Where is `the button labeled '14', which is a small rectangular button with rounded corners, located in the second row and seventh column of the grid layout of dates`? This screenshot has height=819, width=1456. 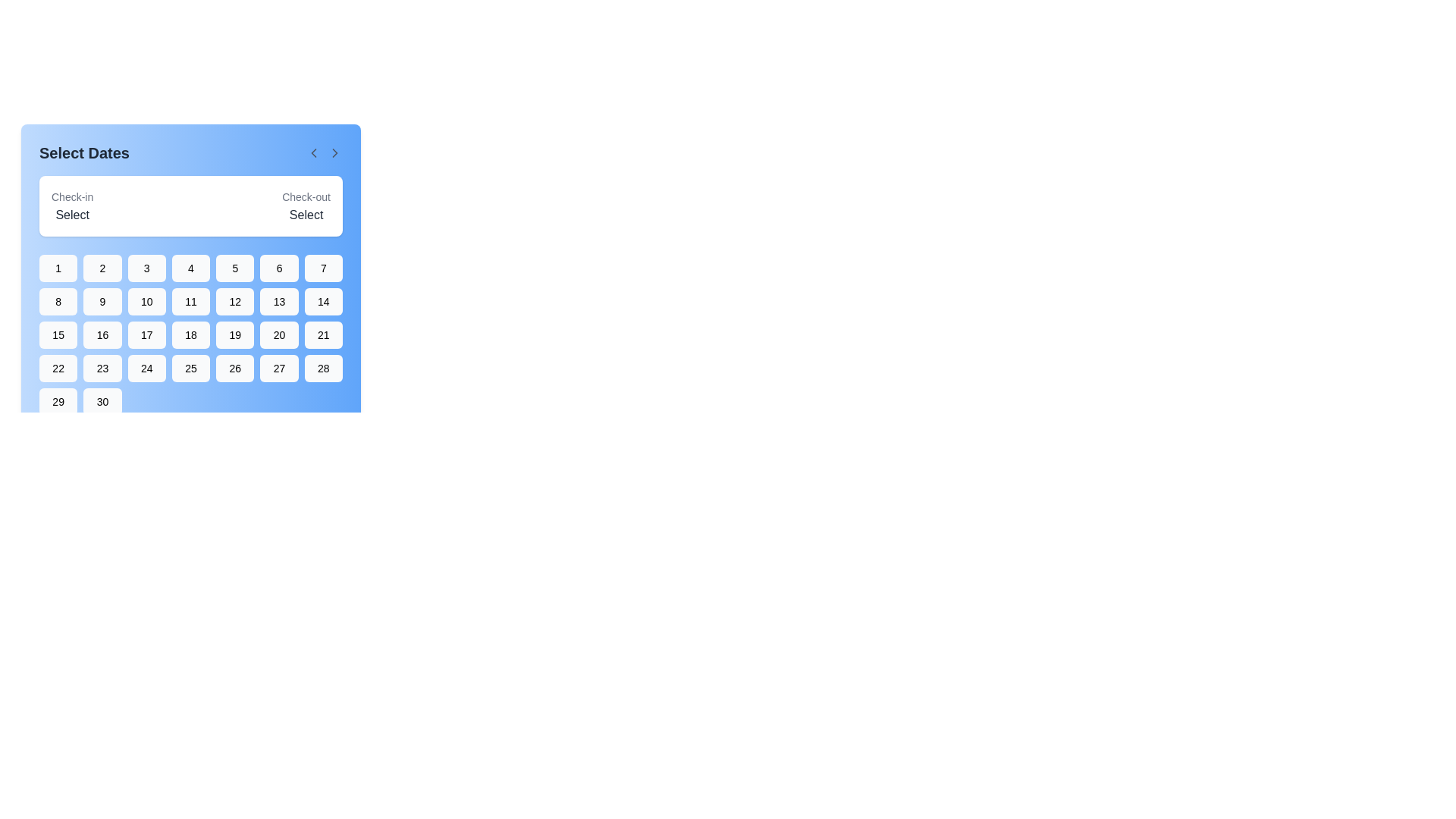 the button labeled '14', which is a small rectangular button with rounded corners, located in the second row and seventh column of the grid layout of dates is located at coordinates (322, 301).